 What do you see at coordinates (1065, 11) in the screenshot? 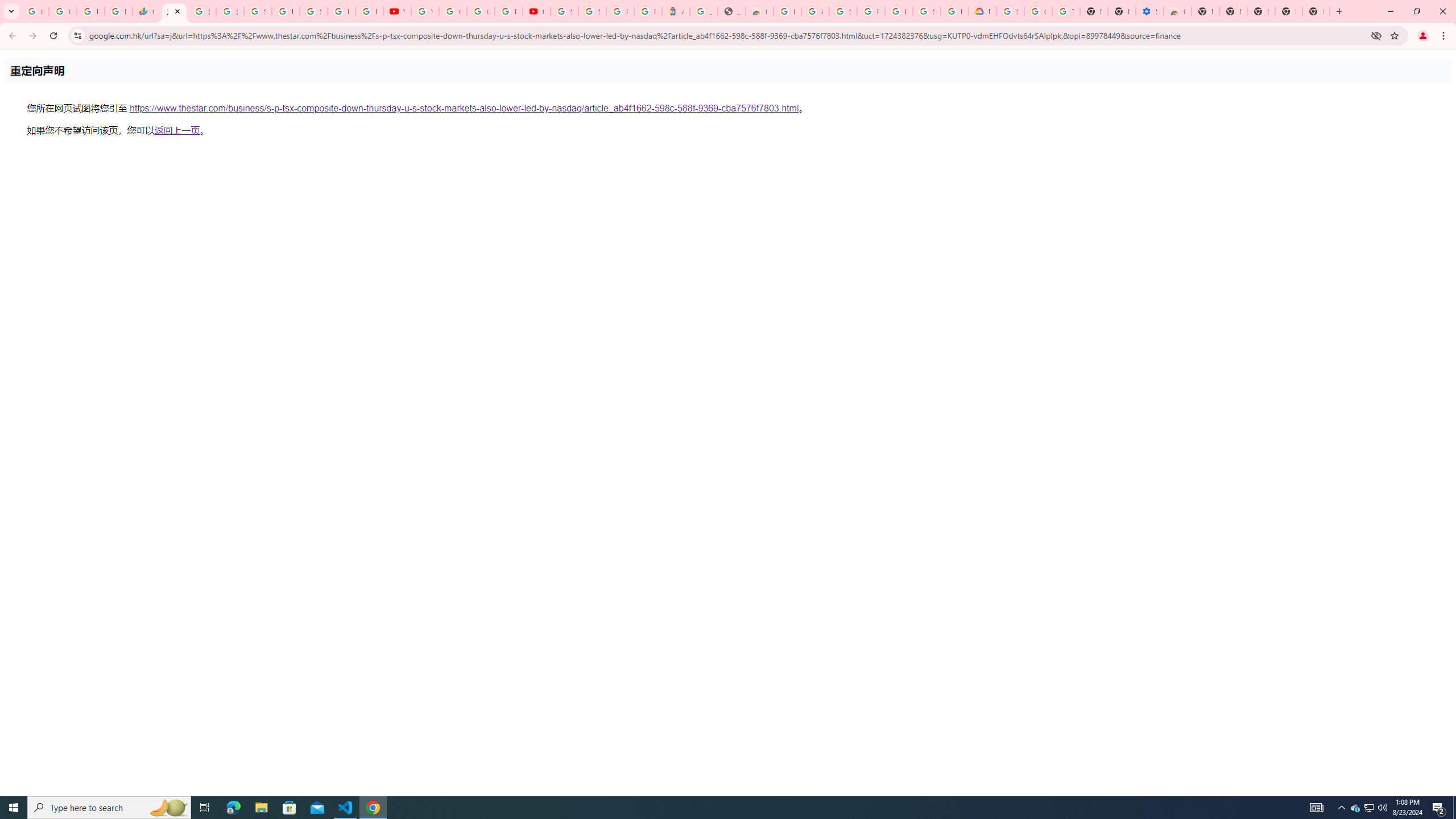
I see `'Turn cookies on or off - Computer - Google Account Help'` at bounding box center [1065, 11].